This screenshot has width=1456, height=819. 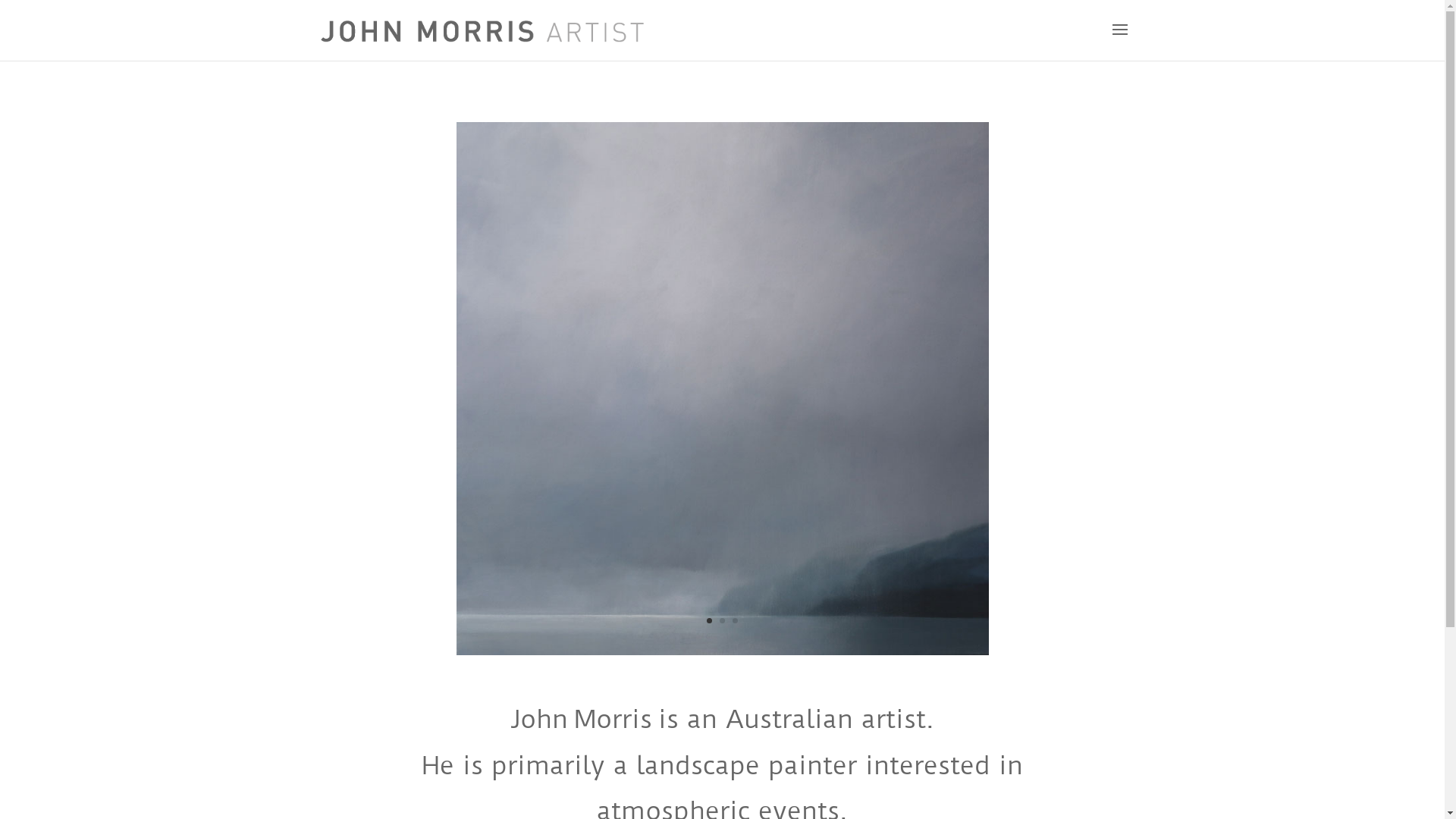 What do you see at coordinates (721, 620) in the screenshot?
I see `'2'` at bounding box center [721, 620].